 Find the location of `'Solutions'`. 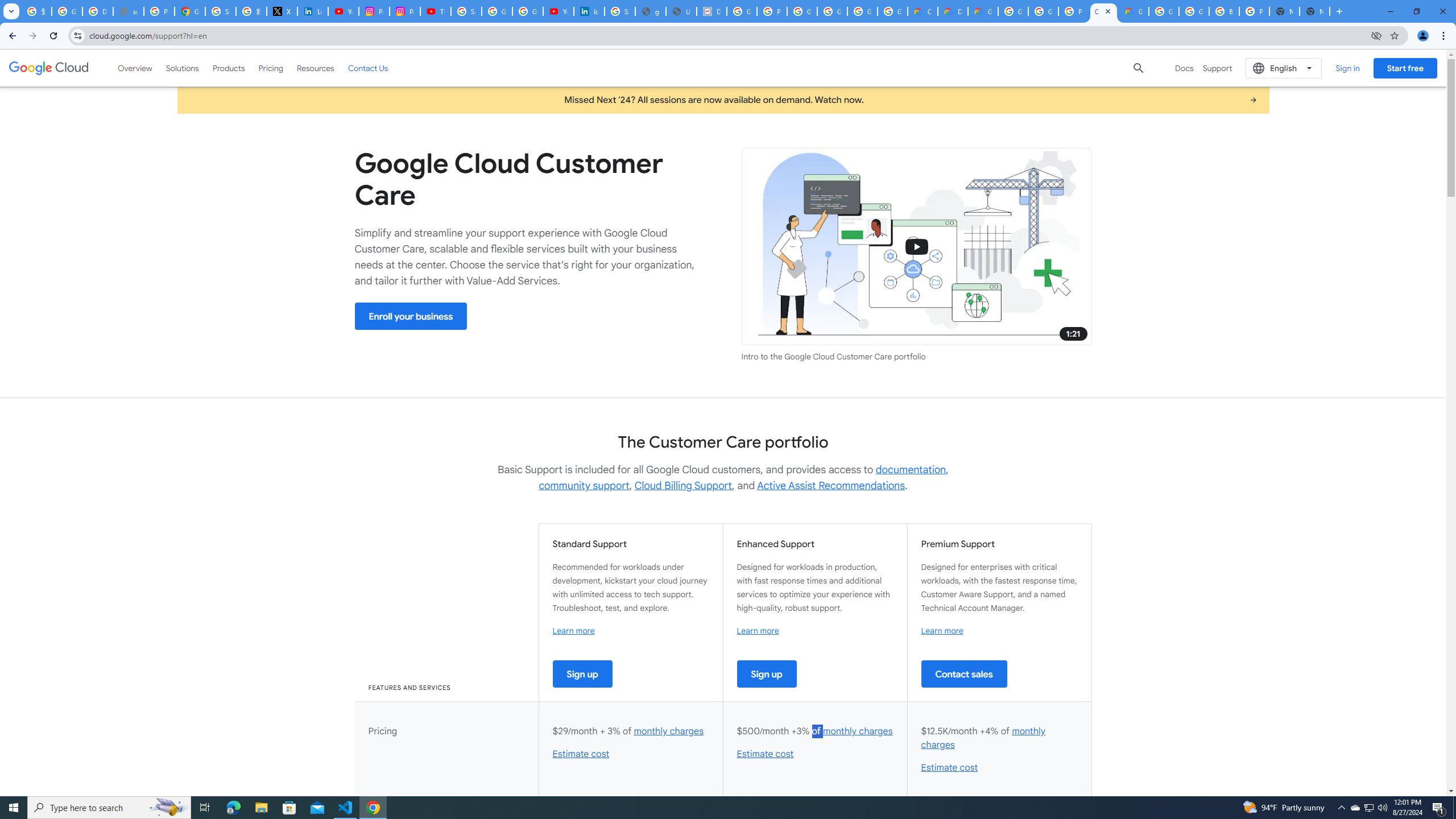

'Solutions' is located at coordinates (181, 67).